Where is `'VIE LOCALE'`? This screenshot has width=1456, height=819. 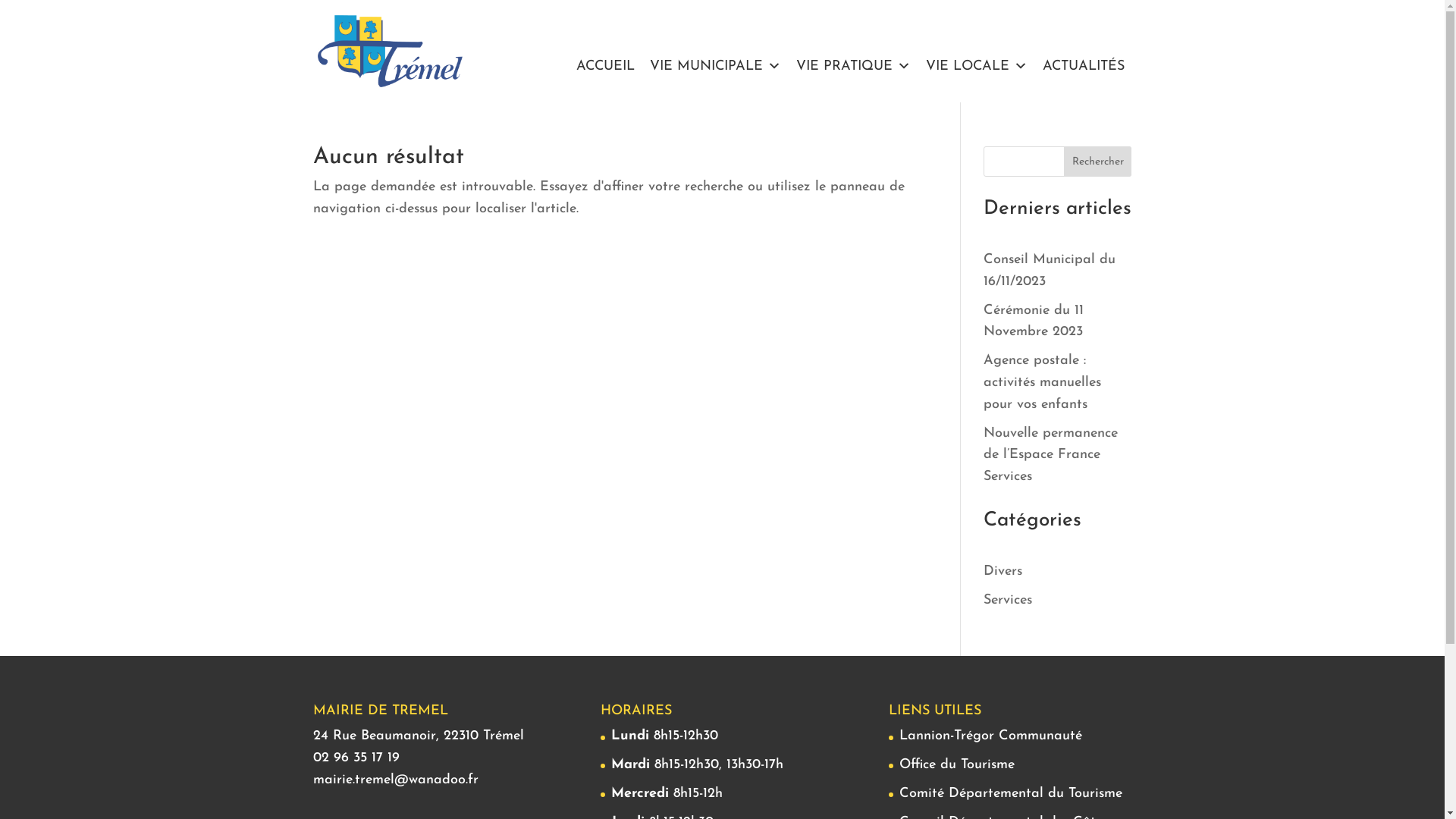
'VIE LOCALE' is located at coordinates (975, 65).